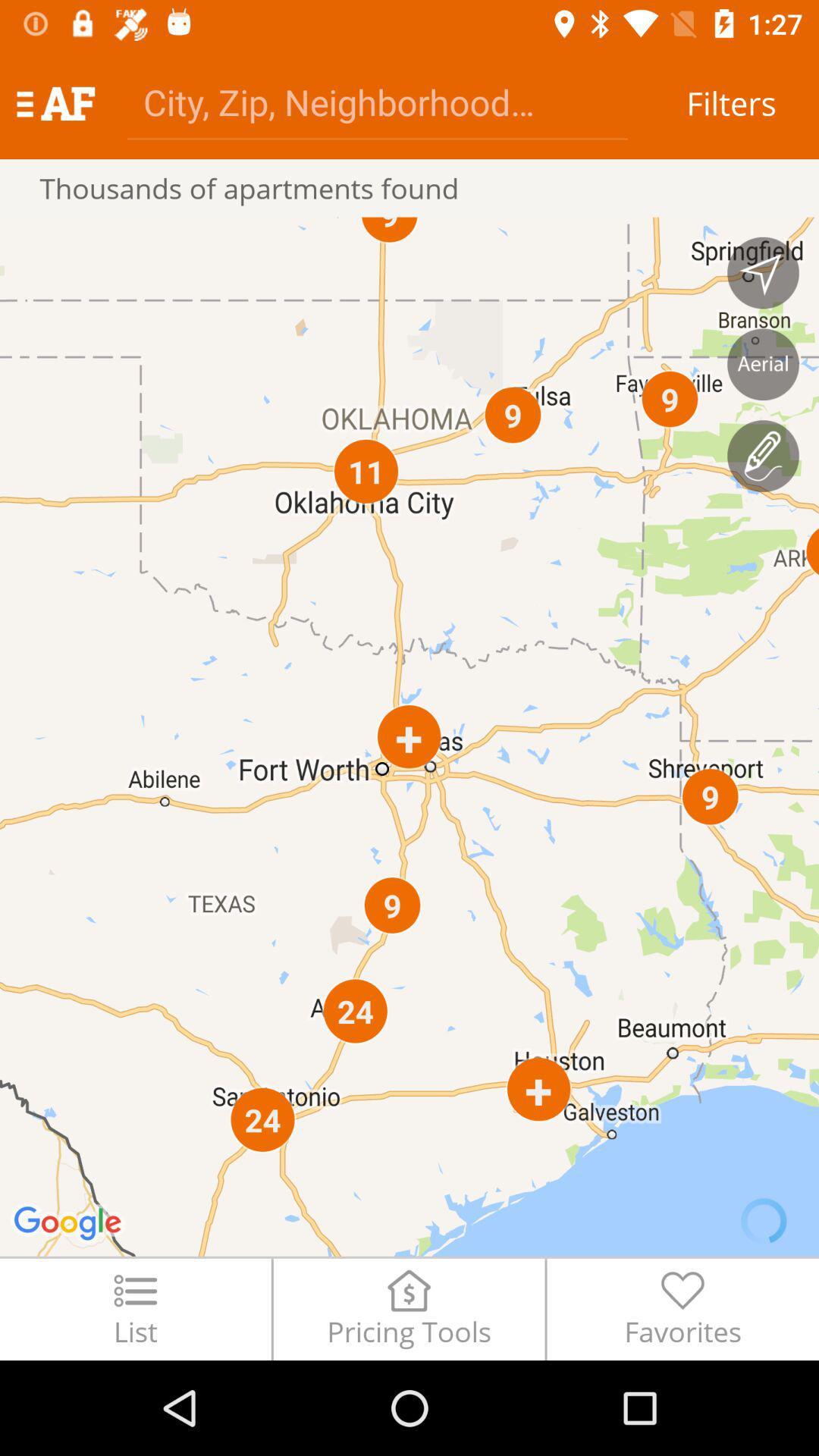 This screenshot has height=1456, width=819. Describe the element at coordinates (408, 1308) in the screenshot. I see `the item to the right of the list` at that location.